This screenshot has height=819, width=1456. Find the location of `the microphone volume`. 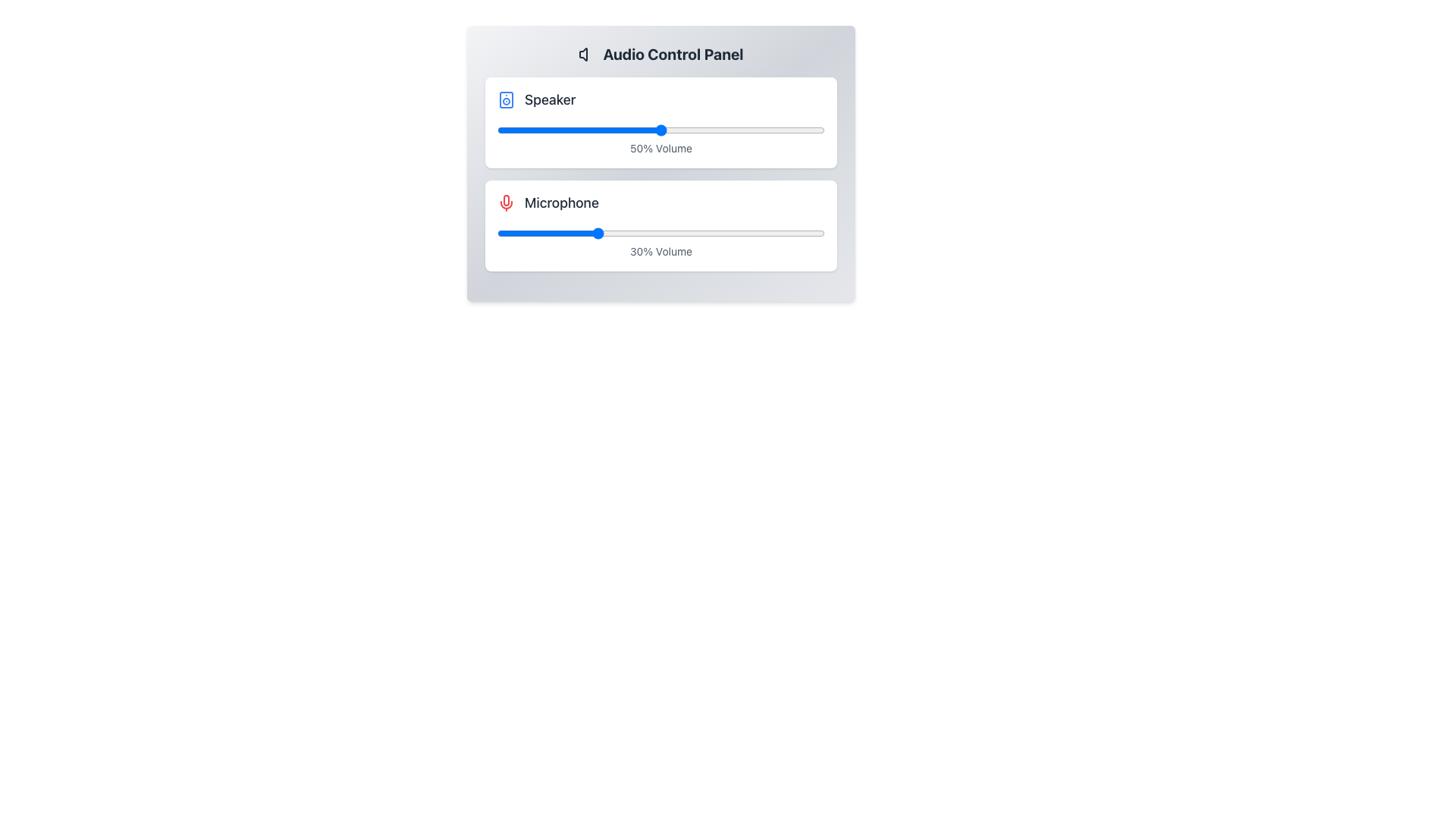

the microphone volume is located at coordinates (821, 234).